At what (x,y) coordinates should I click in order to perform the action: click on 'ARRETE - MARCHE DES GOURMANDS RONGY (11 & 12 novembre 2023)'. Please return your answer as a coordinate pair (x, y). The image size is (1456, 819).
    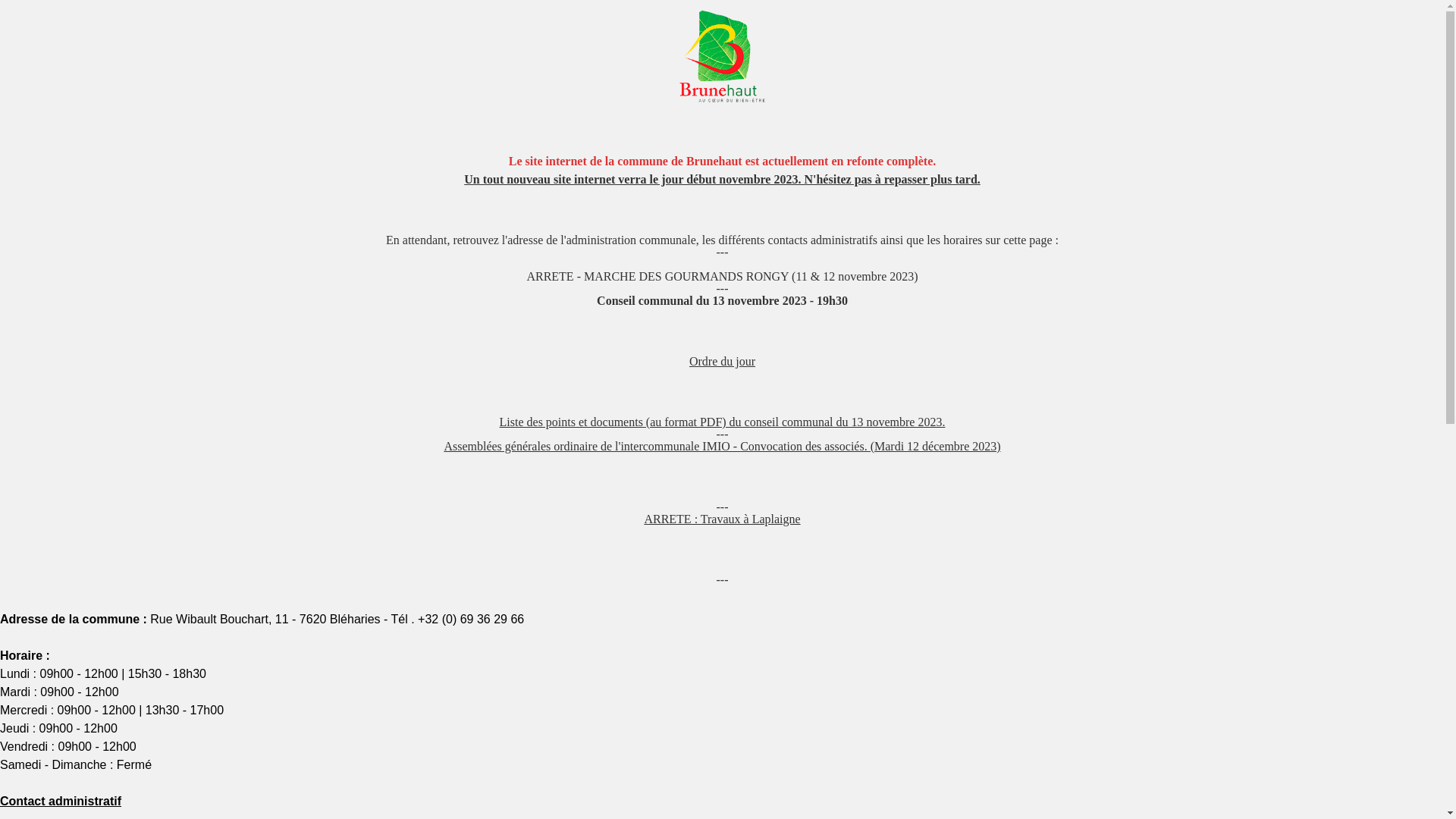
    Looking at the image, I should click on (720, 276).